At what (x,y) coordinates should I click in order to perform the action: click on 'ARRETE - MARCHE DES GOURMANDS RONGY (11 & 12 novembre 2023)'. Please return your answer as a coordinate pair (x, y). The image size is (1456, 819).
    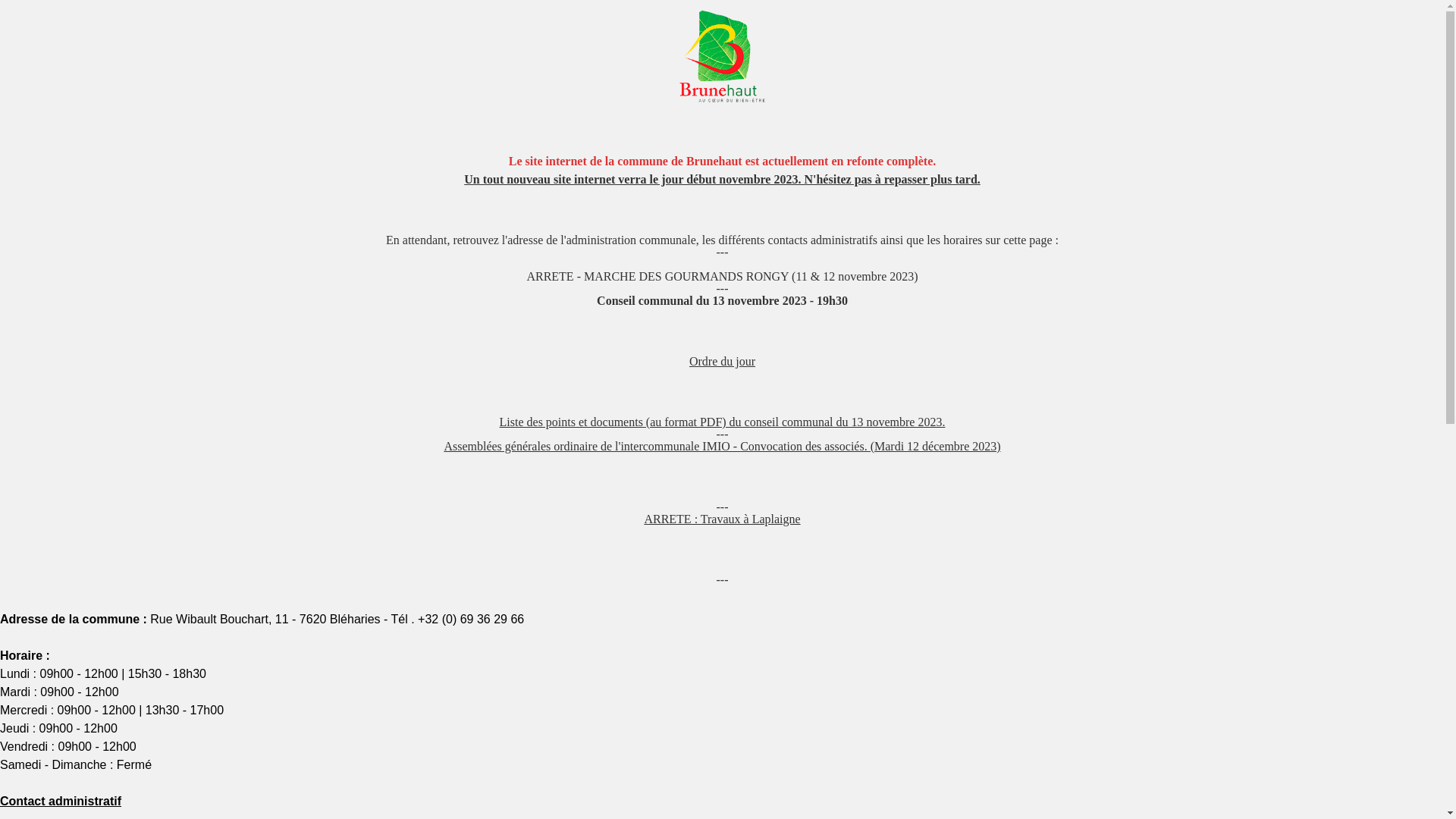
    Looking at the image, I should click on (720, 276).